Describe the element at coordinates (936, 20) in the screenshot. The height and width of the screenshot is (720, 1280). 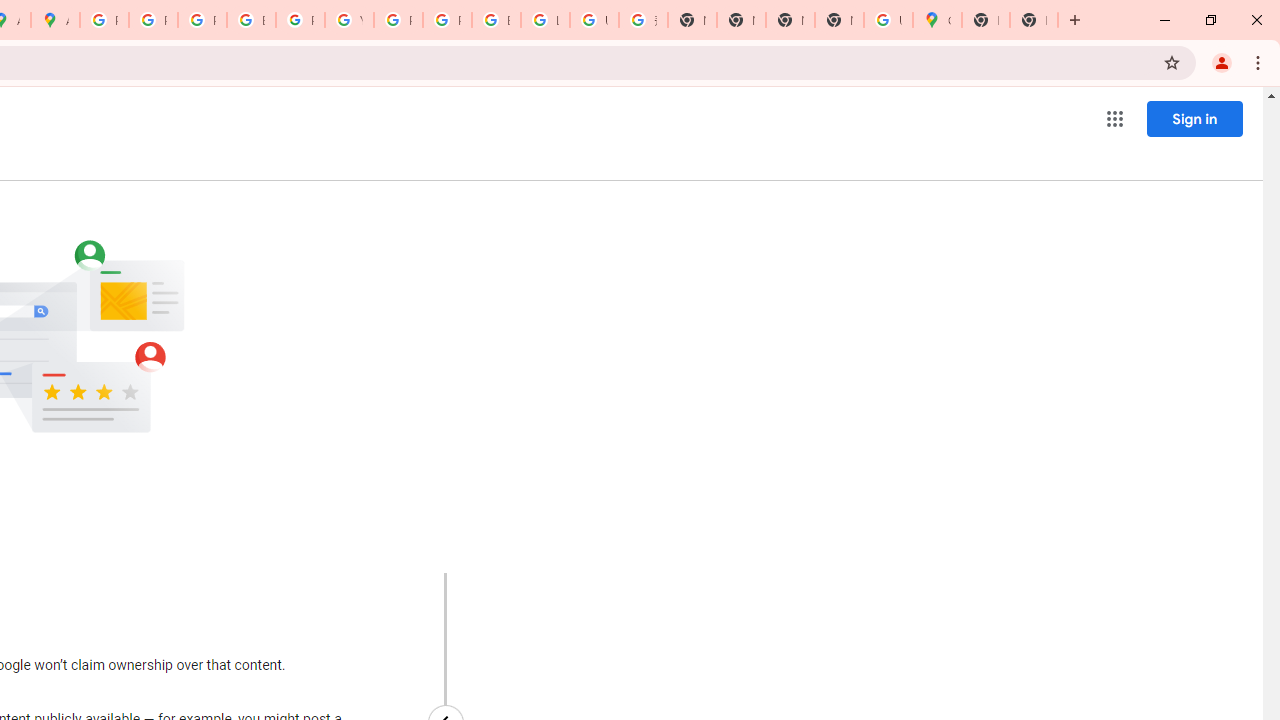
I see `'Google Maps'` at that location.